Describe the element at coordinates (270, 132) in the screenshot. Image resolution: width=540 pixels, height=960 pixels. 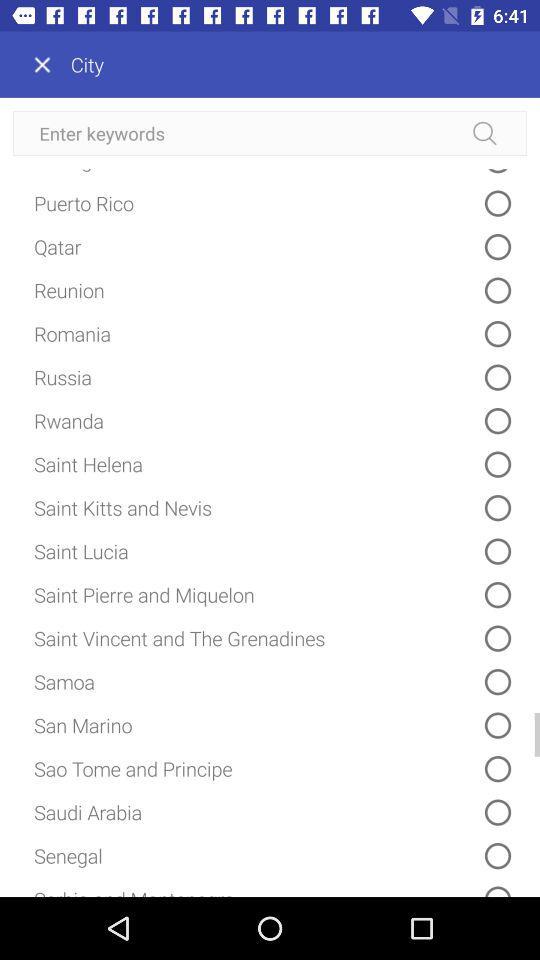
I see `keywords` at that location.